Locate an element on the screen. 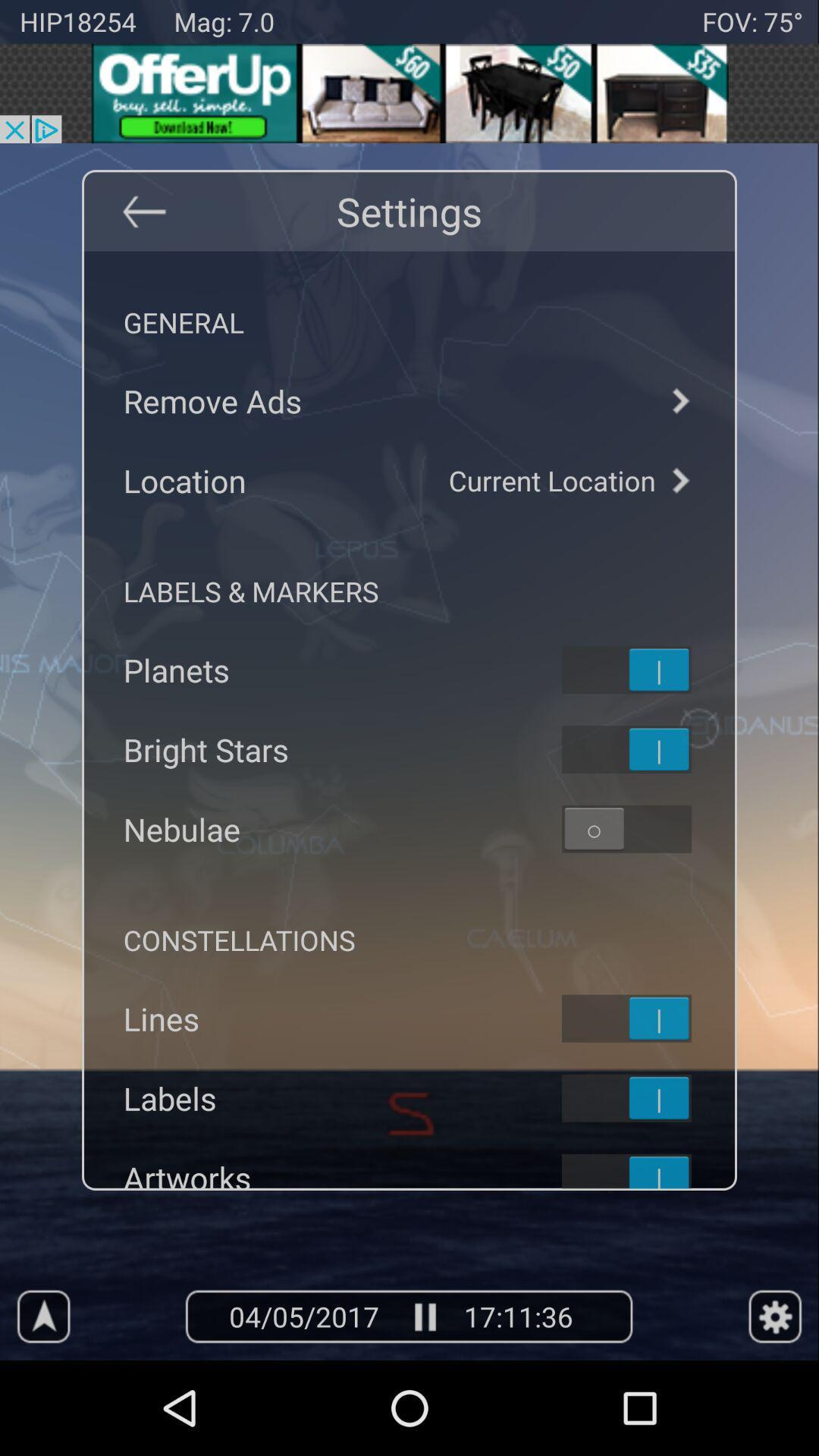  turn off labels is located at coordinates (646, 1098).